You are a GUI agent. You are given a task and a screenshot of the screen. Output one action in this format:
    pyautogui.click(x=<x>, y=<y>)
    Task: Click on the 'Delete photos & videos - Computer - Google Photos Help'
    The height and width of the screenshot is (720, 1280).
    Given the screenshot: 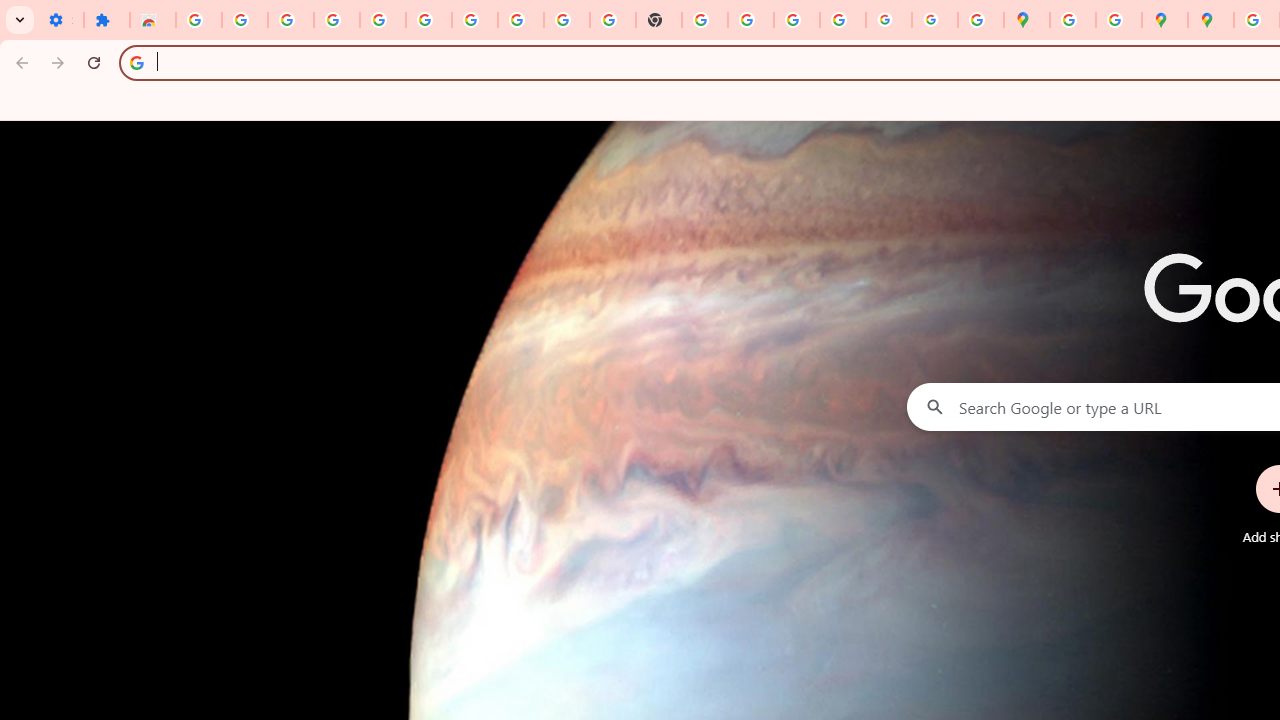 What is the action you would take?
    pyautogui.click(x=289, y=20)
    